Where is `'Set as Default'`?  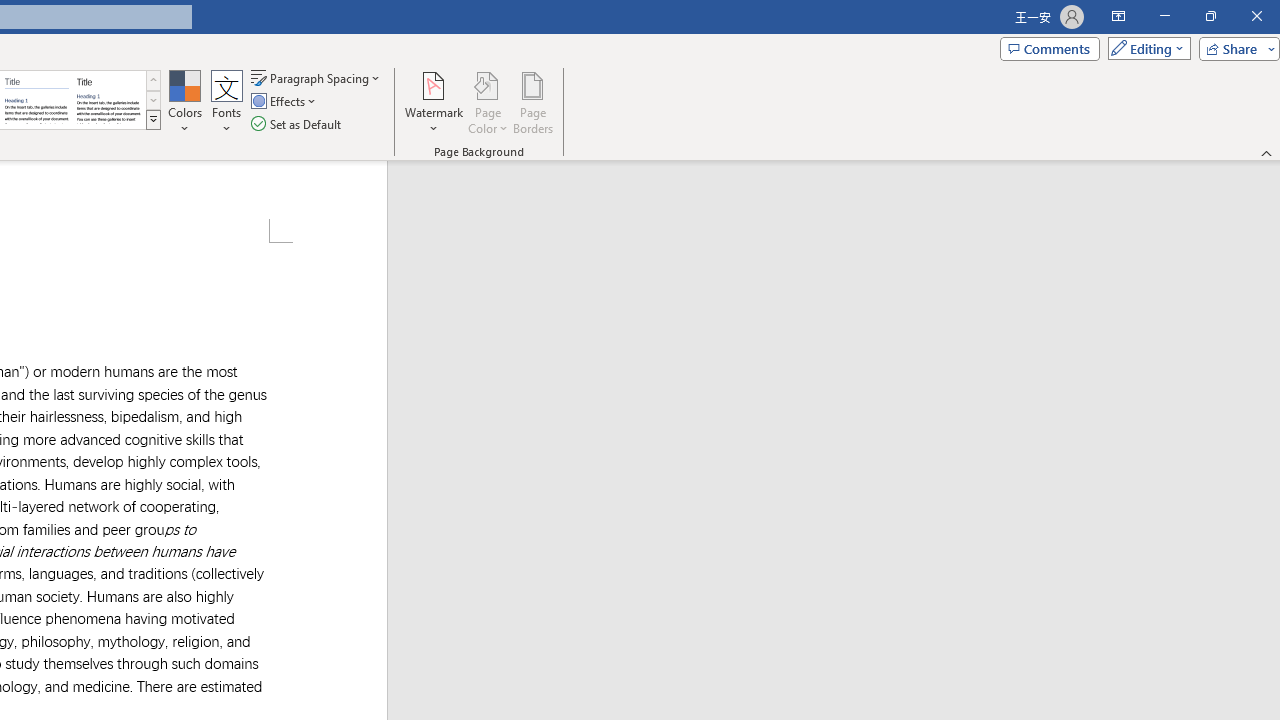 'Set as Default' is located at coordinates (297, 124).